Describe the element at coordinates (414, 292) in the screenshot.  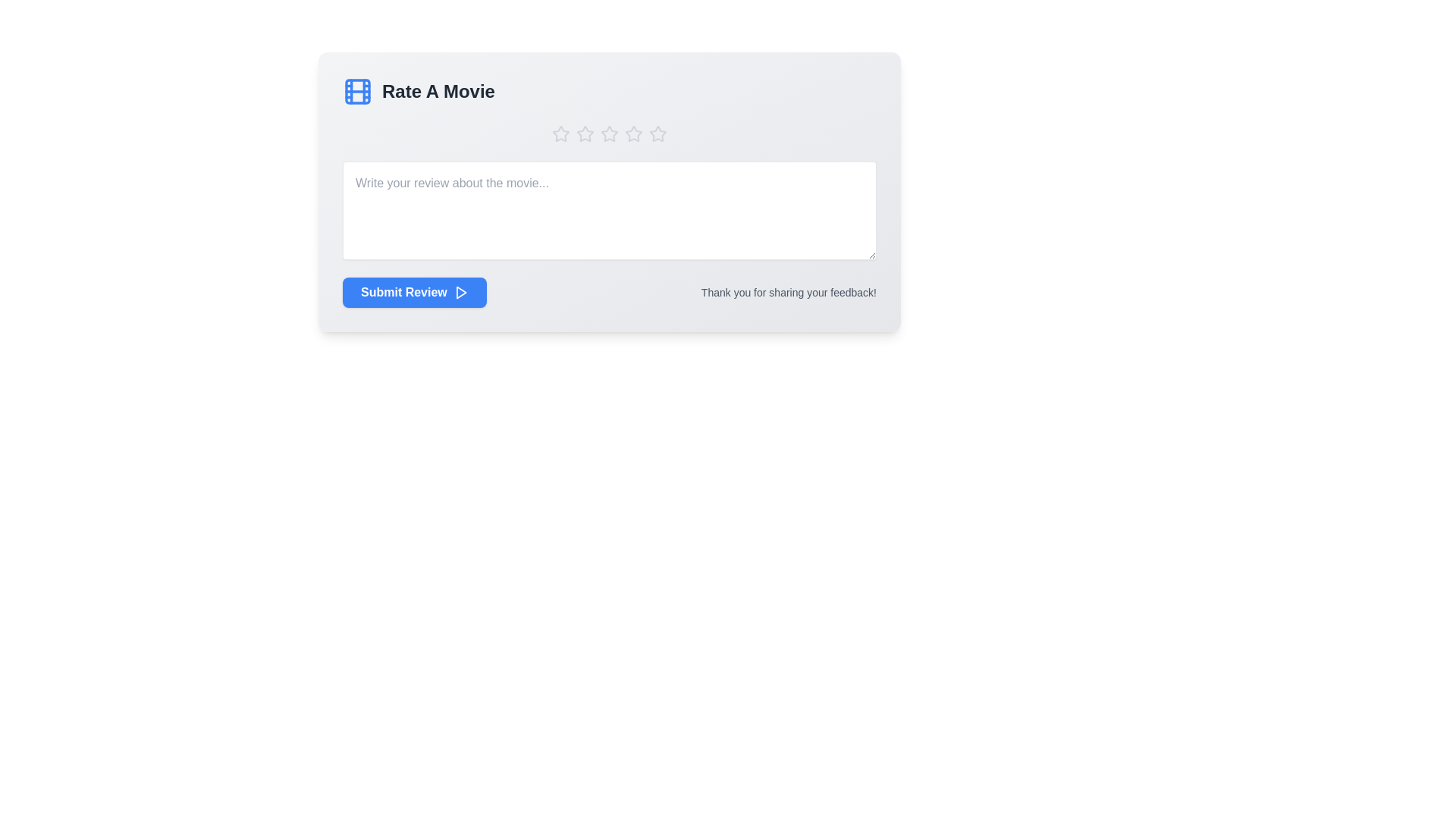
I see `the 'Submit Review' button to submit the review` at that location.